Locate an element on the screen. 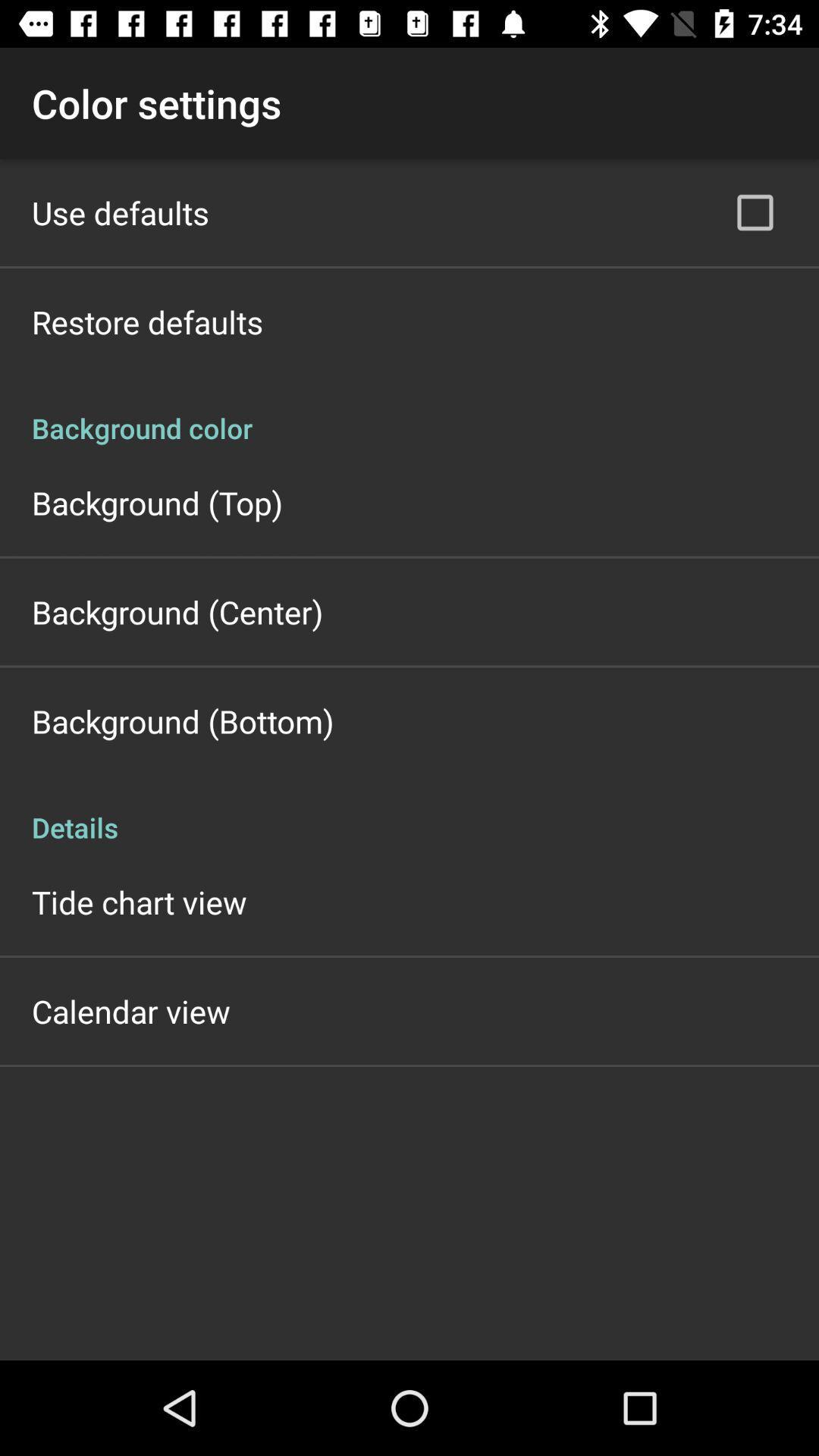 This screenshot has height=1456, width=819. the app above the details app is located at coordinates (182, 720).